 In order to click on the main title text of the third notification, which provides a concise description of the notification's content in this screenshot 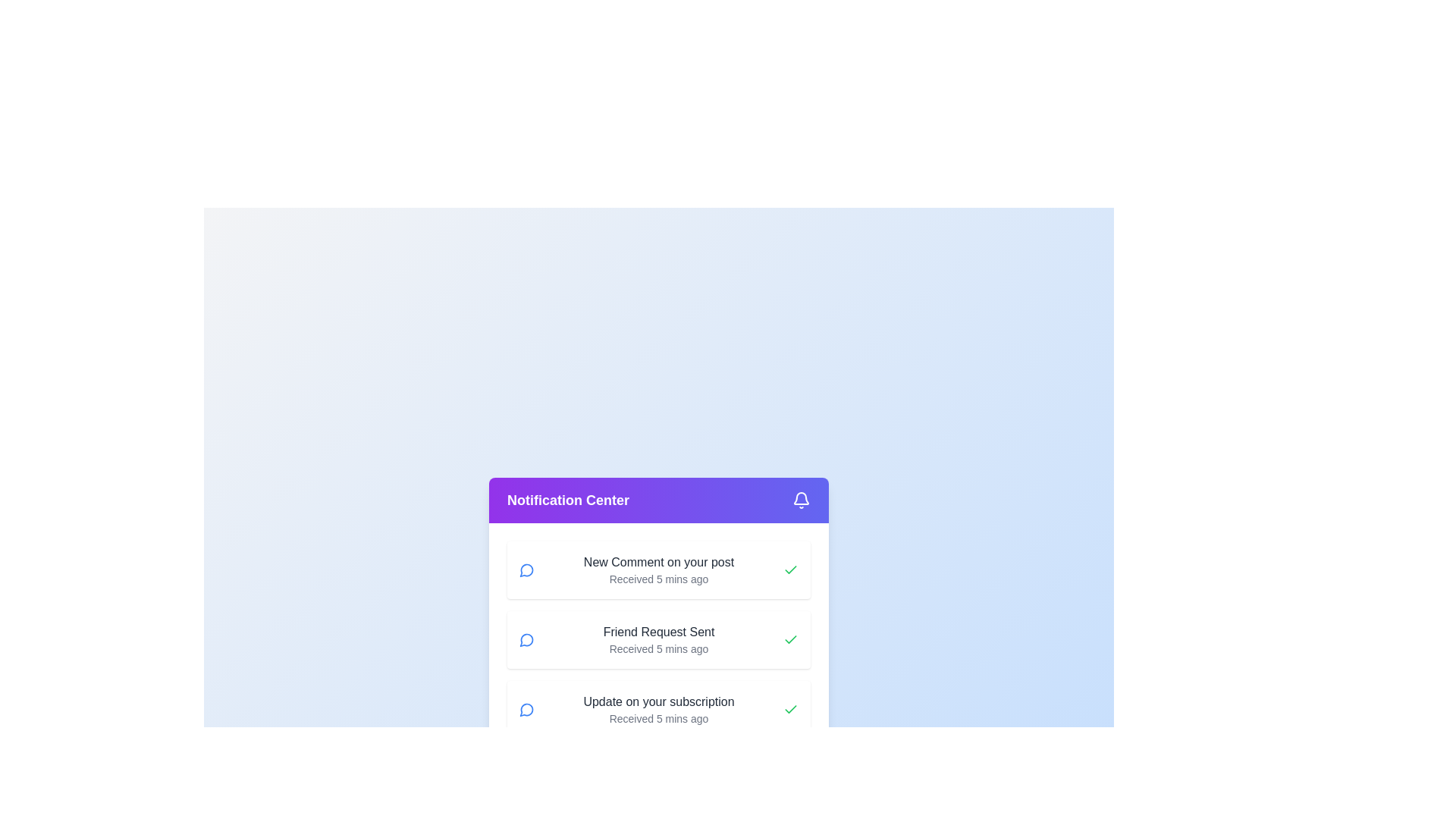, I will do `click(658, 701)`.